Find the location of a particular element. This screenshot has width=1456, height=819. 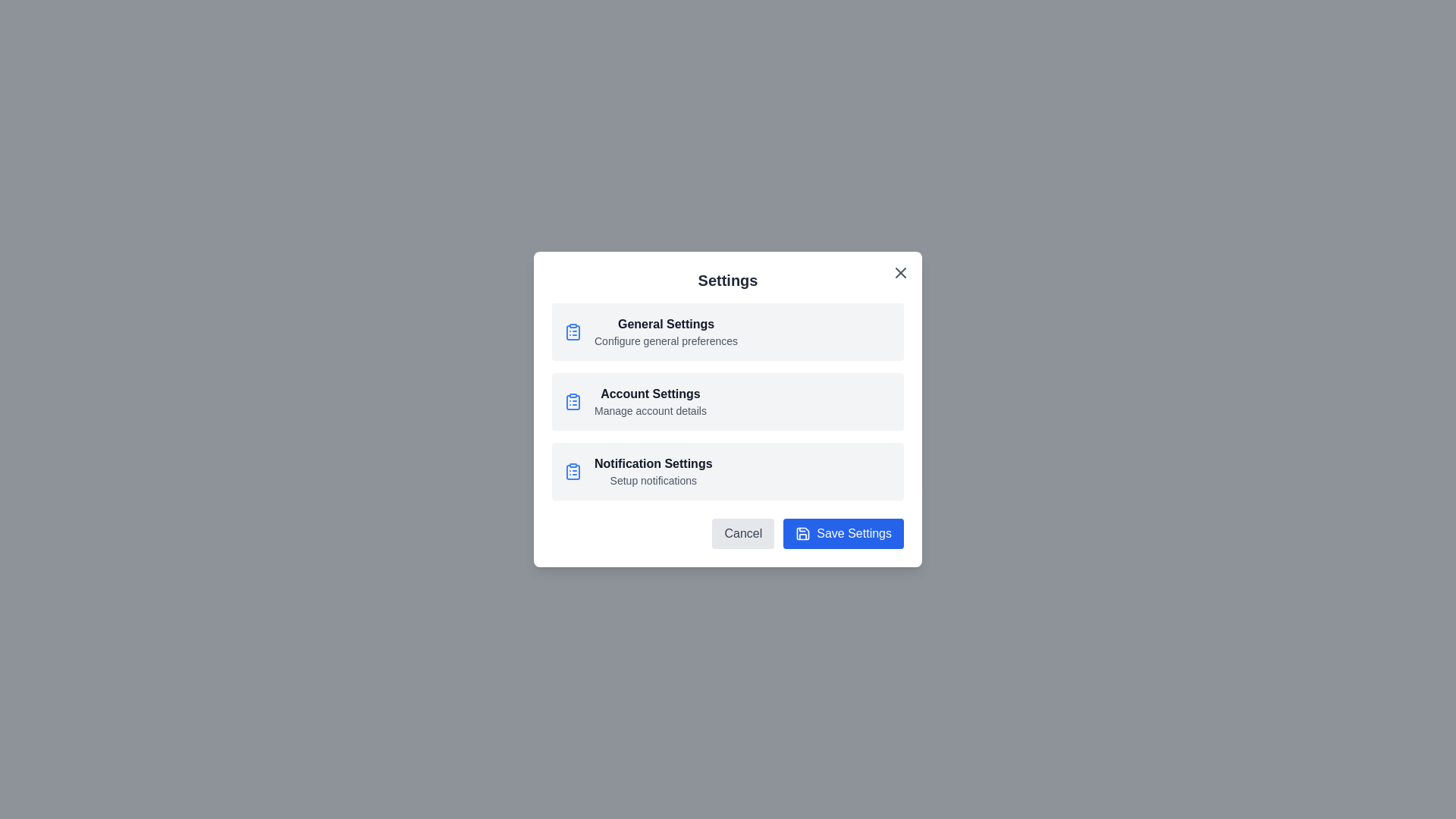

the 'Save Settings' button which includes the save action icon positioned towards the bottom-right corner of the modal dialog box is located at coordinates (802, 533).